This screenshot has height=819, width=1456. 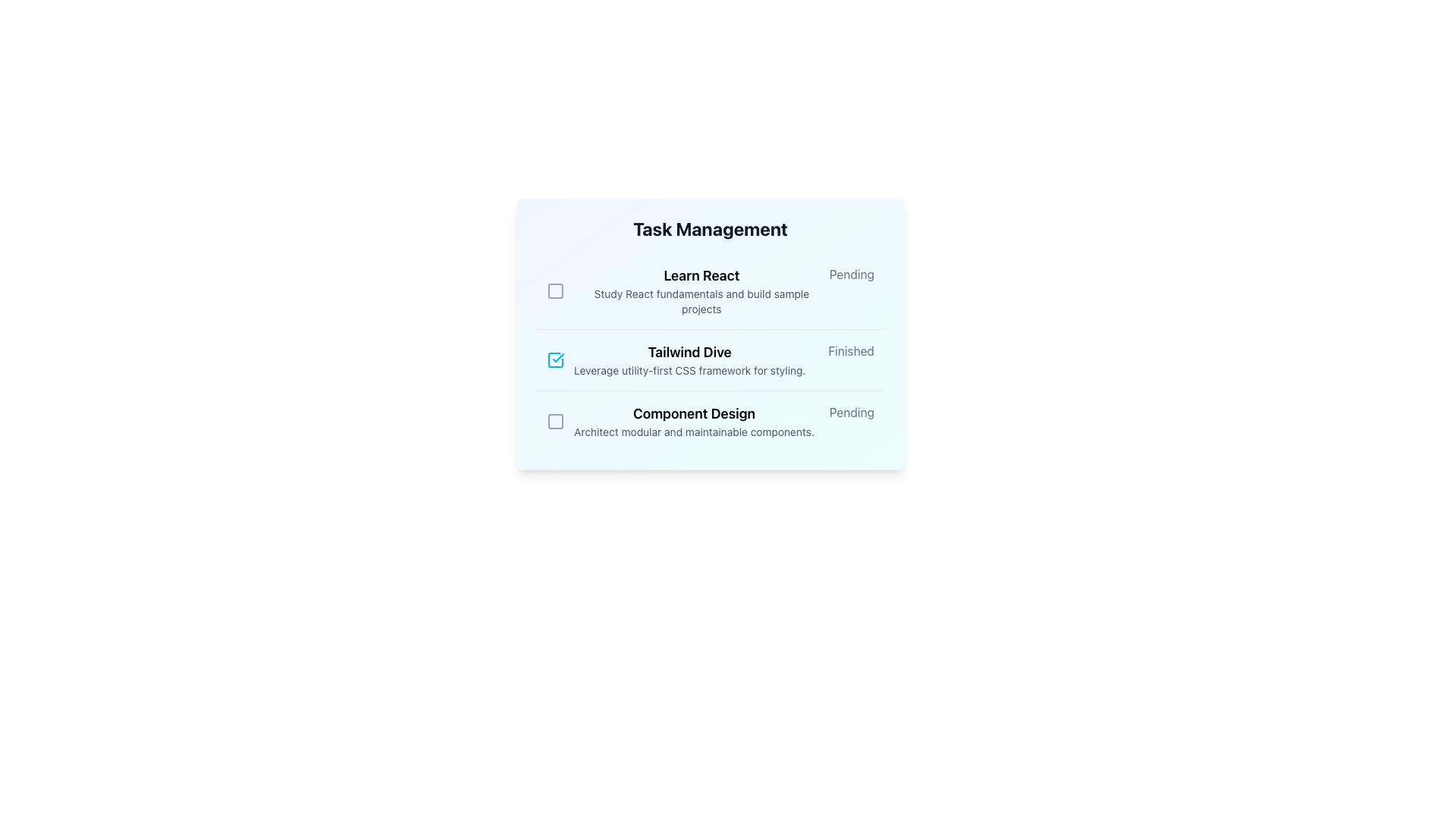 I want to click on the task item located in the middle of the task list, which is positioned between the tasks titled 'Learn React' and 'Component Design' to interact with it, so click(x=675, y=359).